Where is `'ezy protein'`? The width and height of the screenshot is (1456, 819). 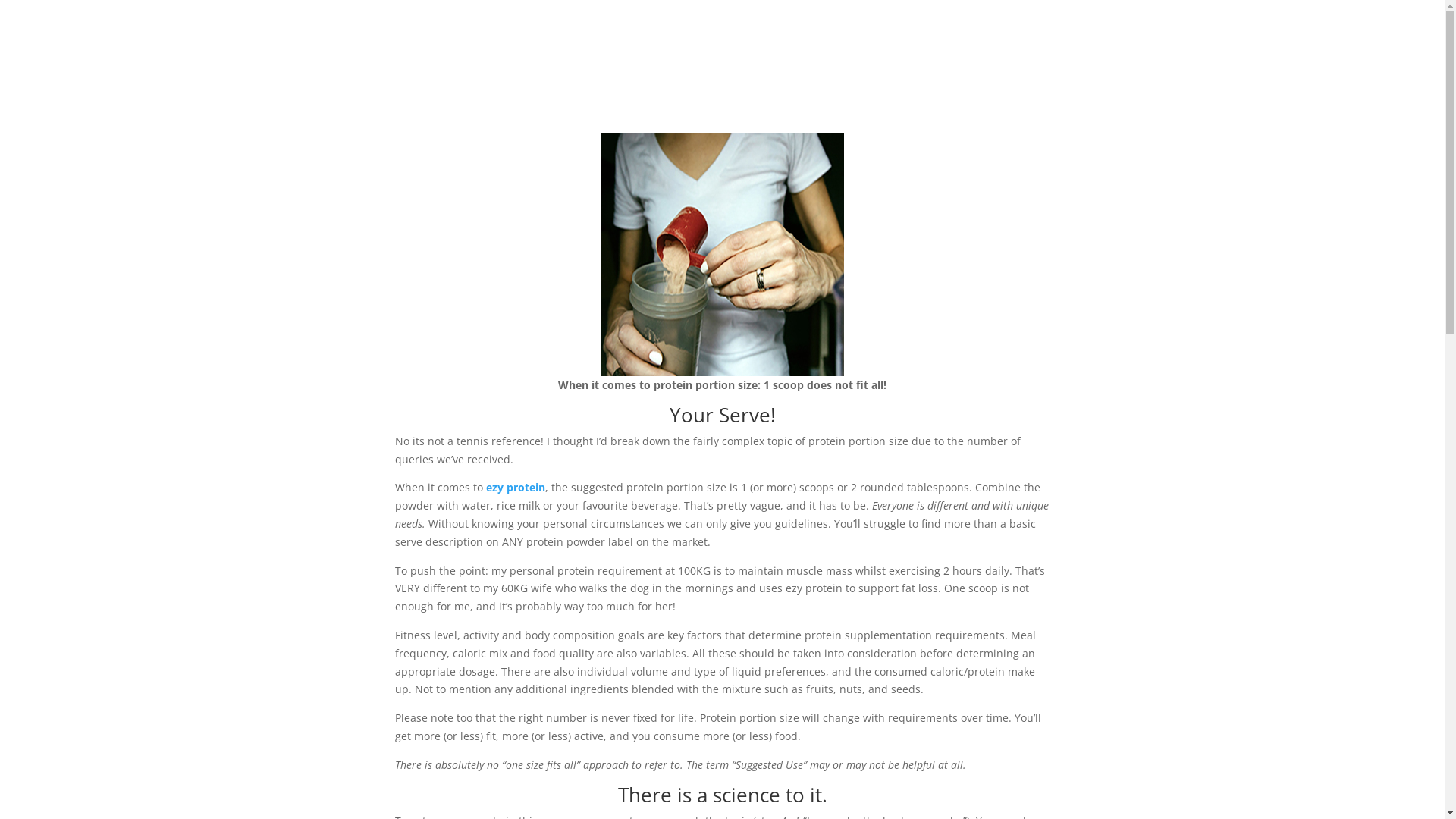
'ezy protein' is located at coordinates (514, 487).